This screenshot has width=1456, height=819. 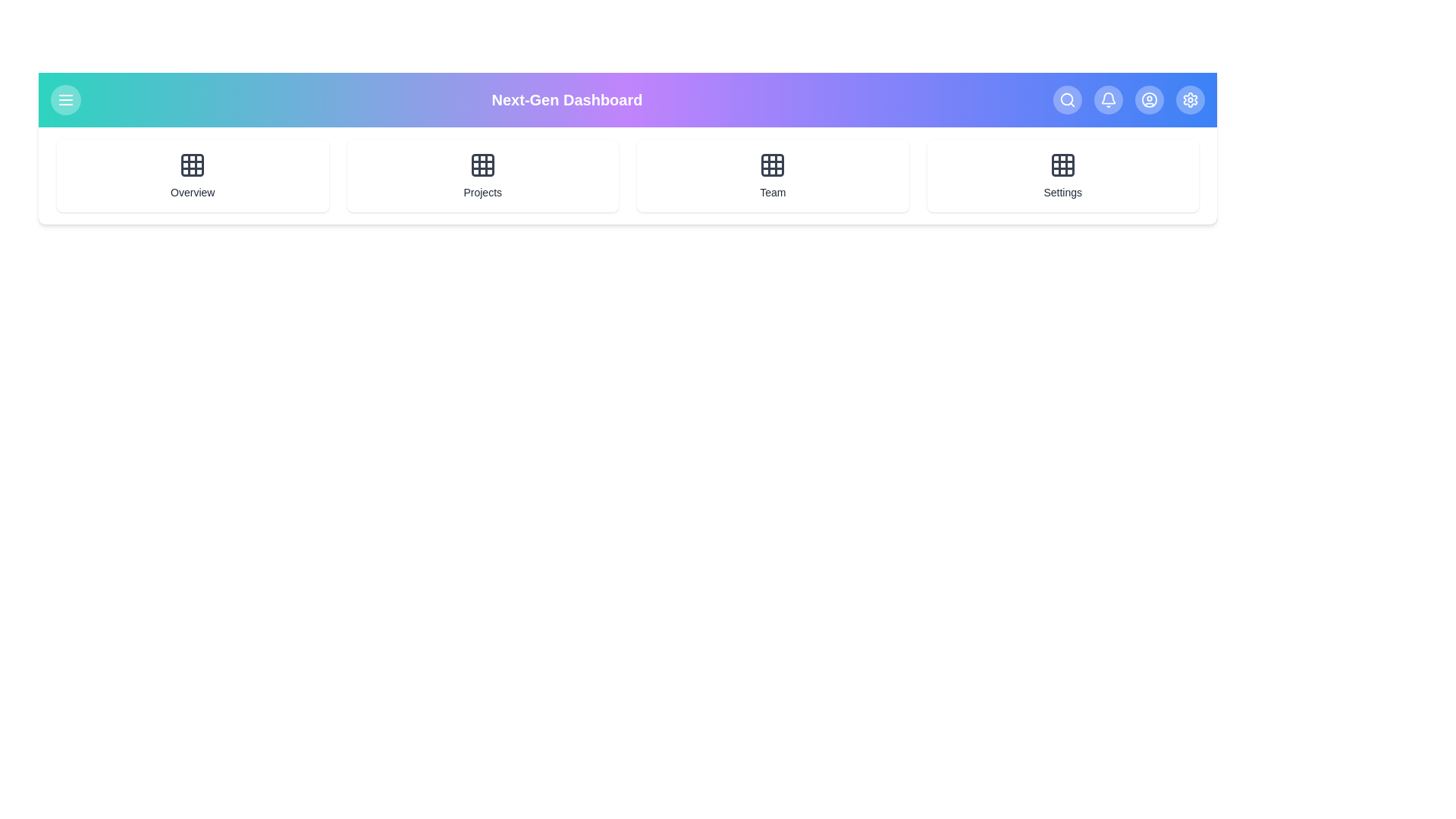 What do you see at coordinates (1189, 99) in the screenshot?
I see `the settings button in the app bar` at bounding box center [1189, 99].